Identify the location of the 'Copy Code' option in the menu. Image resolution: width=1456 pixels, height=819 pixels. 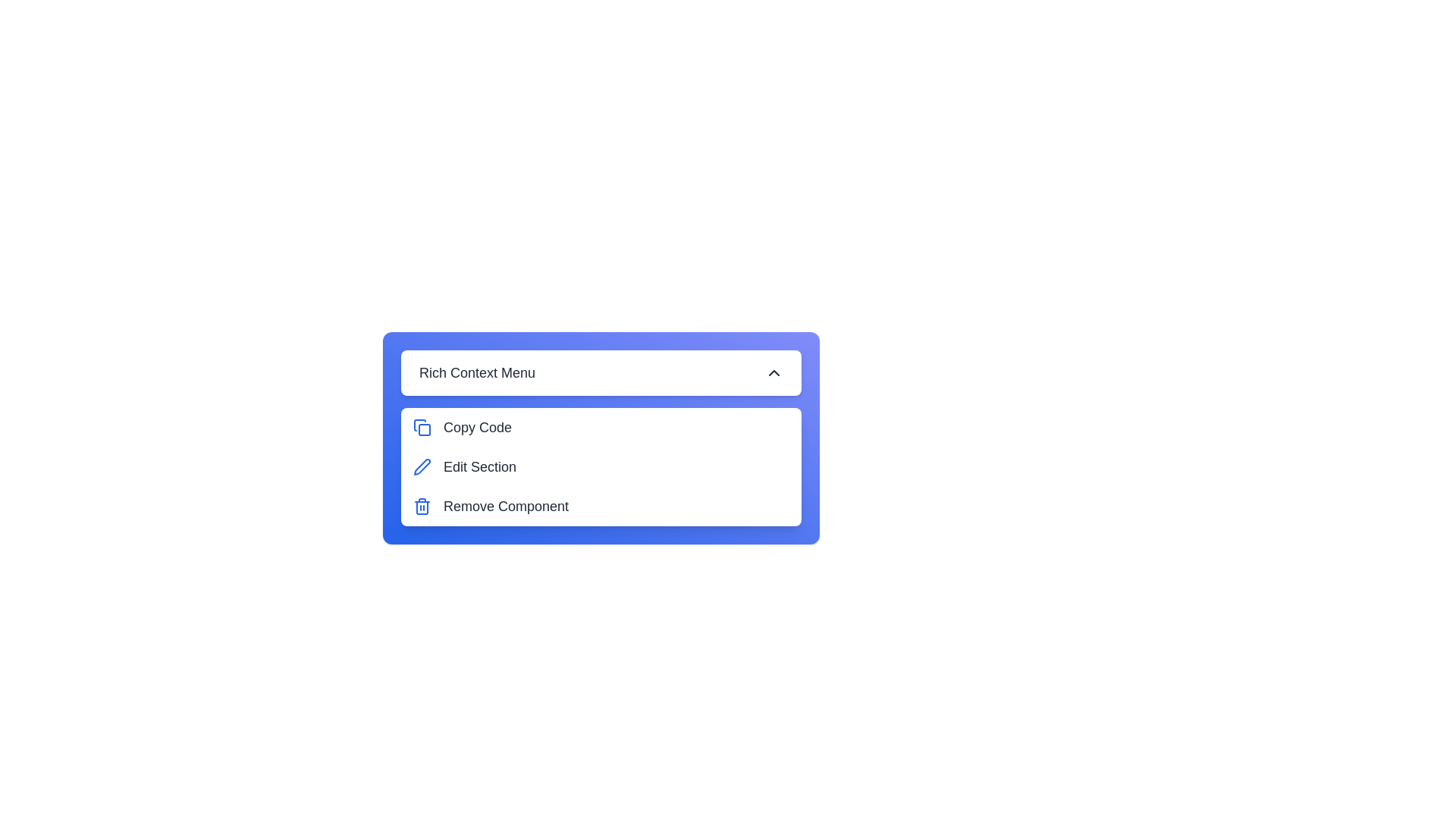
(600, 427).